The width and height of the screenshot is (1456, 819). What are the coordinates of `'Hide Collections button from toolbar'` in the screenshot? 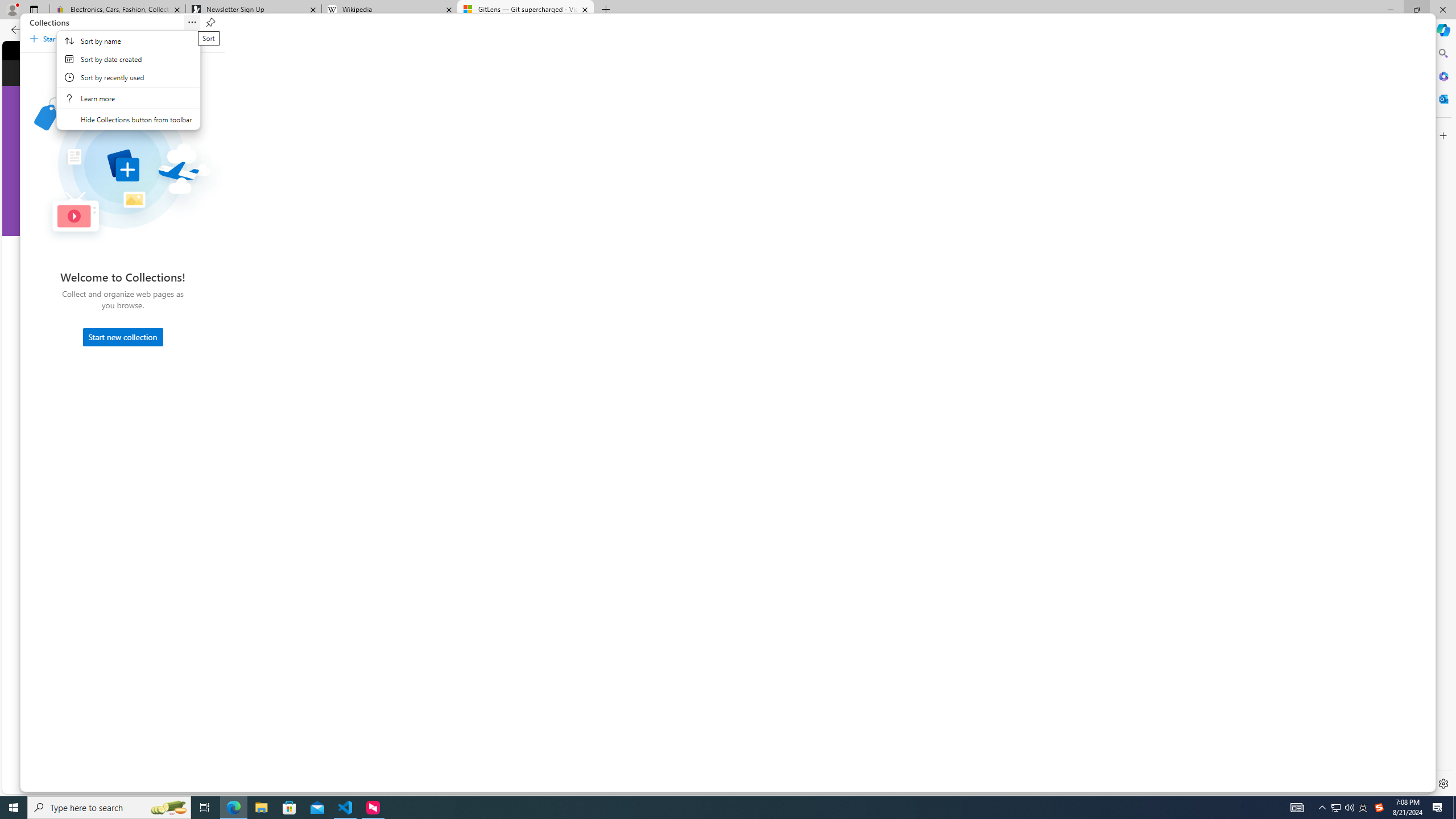 It's located at (128, 119).